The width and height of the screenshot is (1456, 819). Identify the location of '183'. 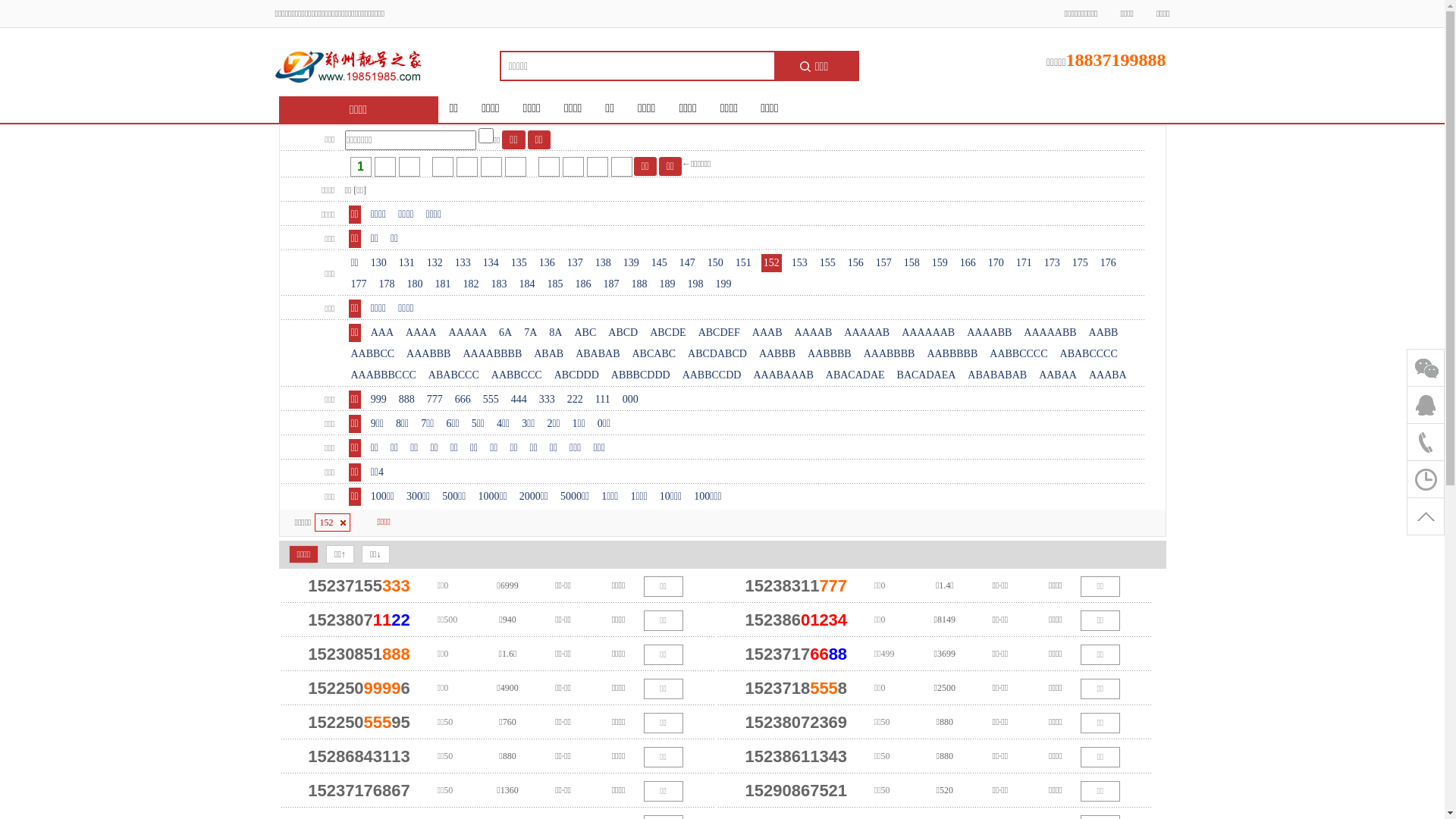
(498, 284).